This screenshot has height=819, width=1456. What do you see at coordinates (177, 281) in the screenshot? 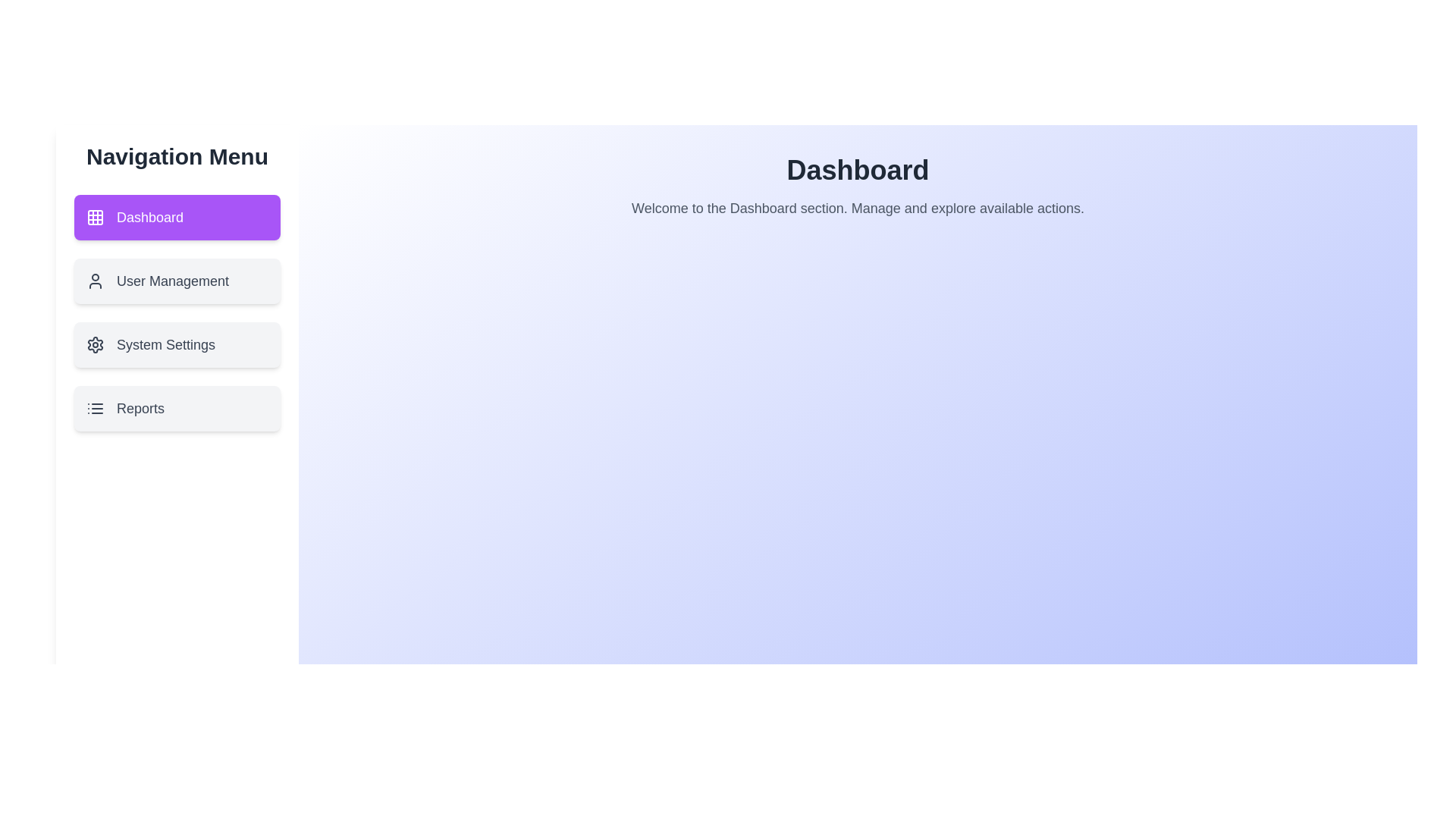
I see `the menu item User Management to observe its hover effect` at bounding box center [177, 281].